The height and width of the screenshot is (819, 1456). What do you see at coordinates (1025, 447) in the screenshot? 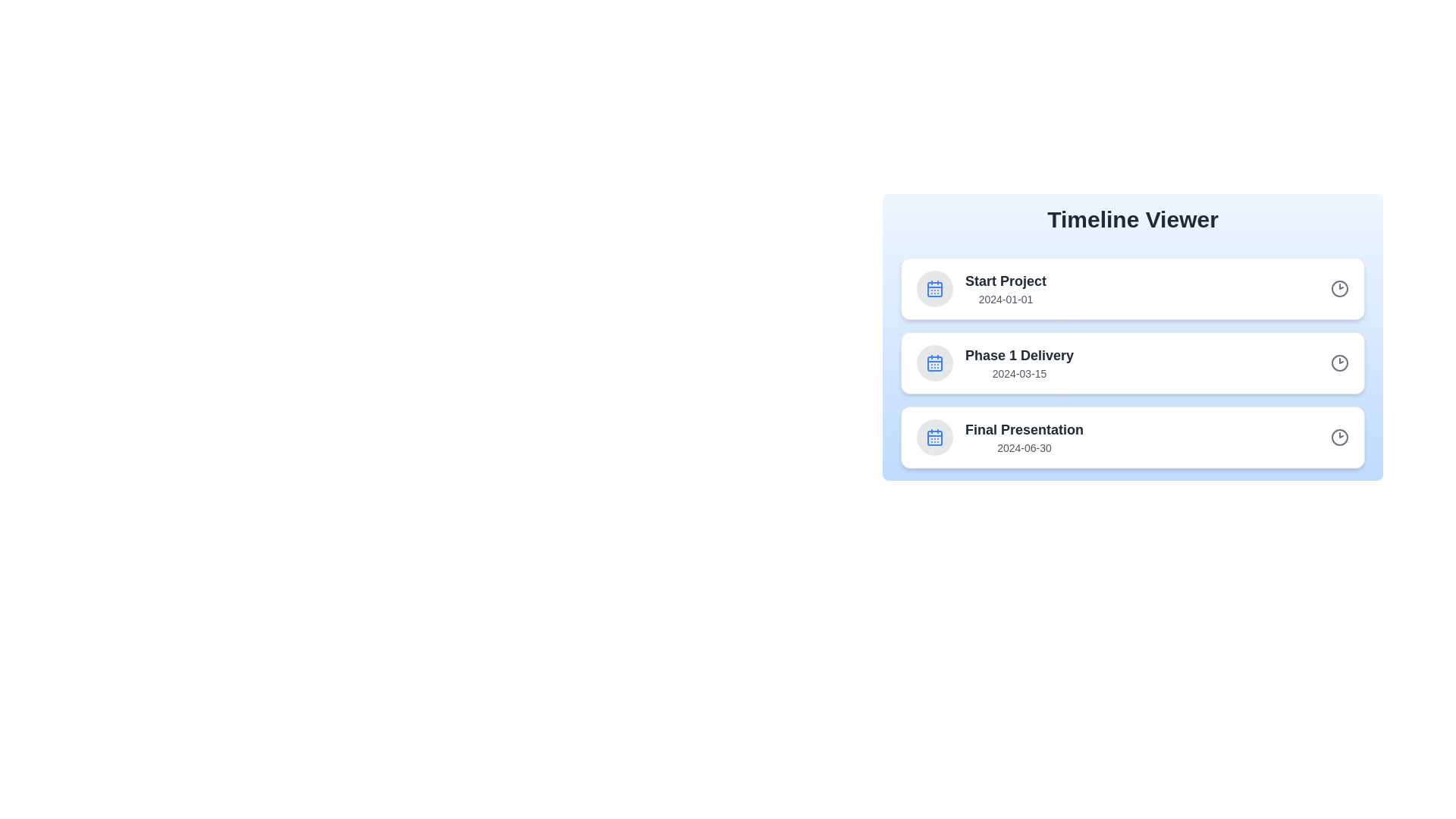
I see `the date indicator text label located below the 'Final Presentation' text in the 'Timeline Viewer' section` at bounding box center [1025, 447].